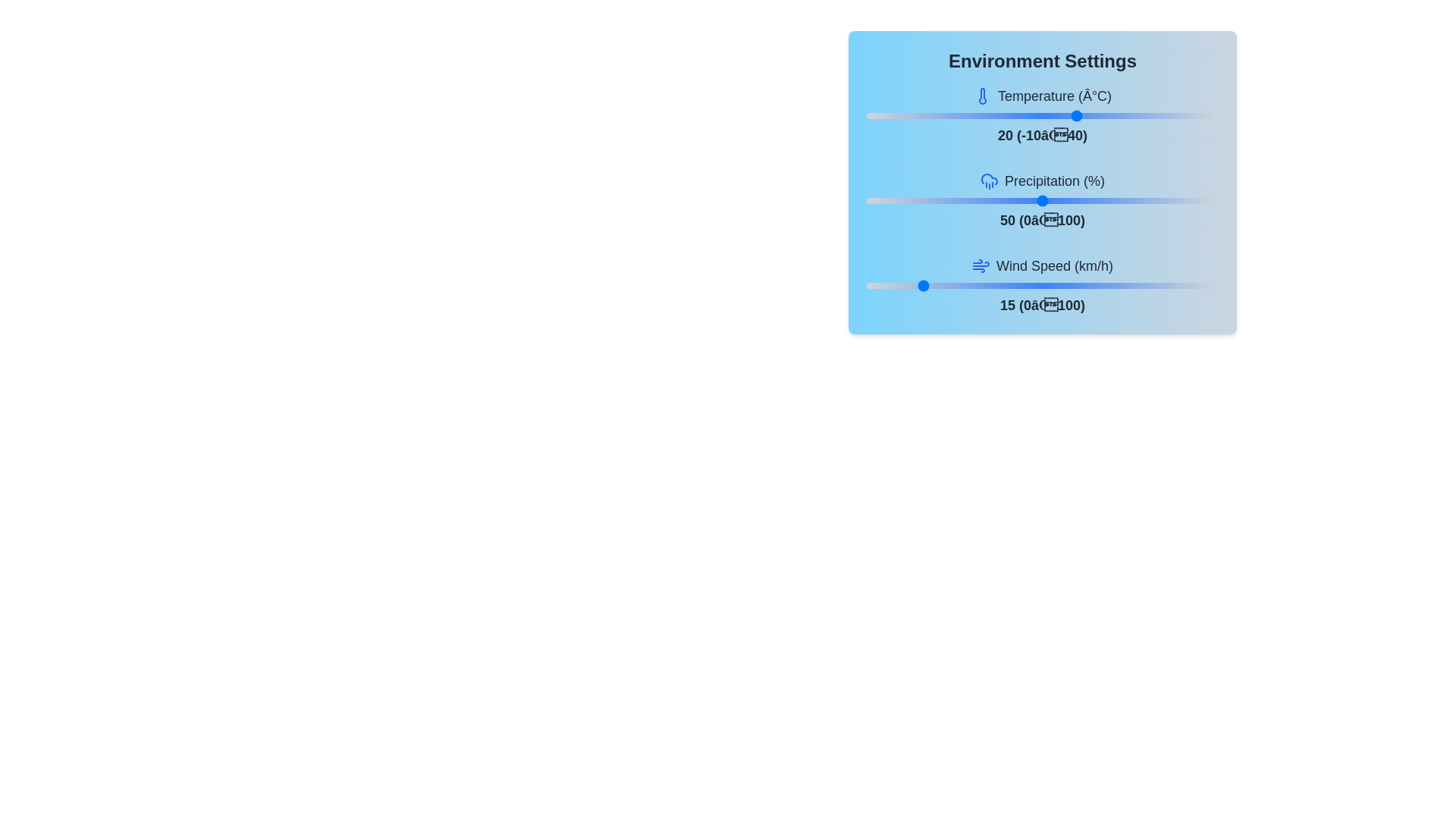 This screenshot has width=1456, height=819. What do you see at coordinates (1144, 286) in the screenshot?
I see `the wind speed` at bounding box center [1144, 286].